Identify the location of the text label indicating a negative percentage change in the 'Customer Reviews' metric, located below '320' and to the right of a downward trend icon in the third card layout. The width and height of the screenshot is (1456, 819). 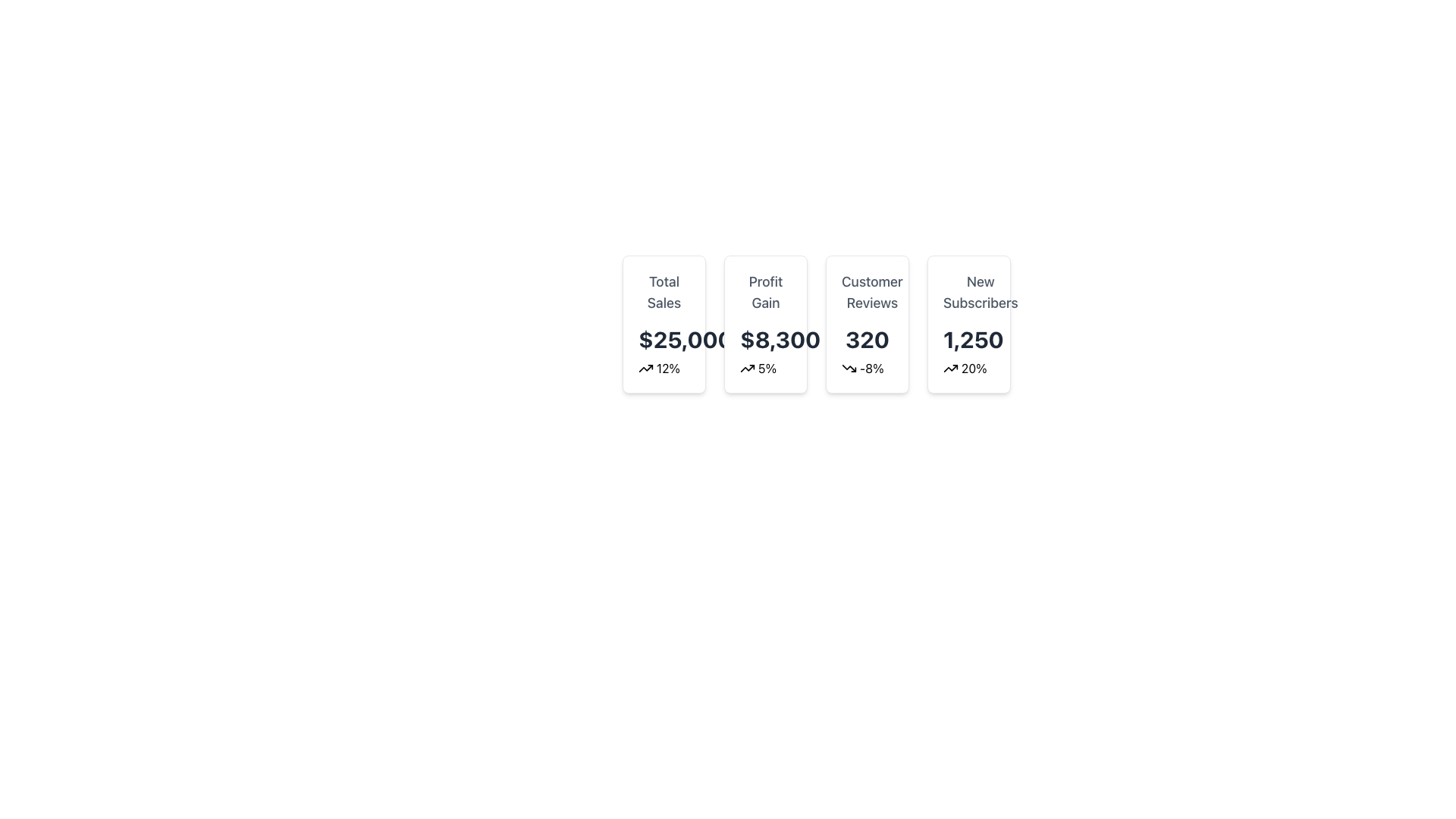
(871, 369).